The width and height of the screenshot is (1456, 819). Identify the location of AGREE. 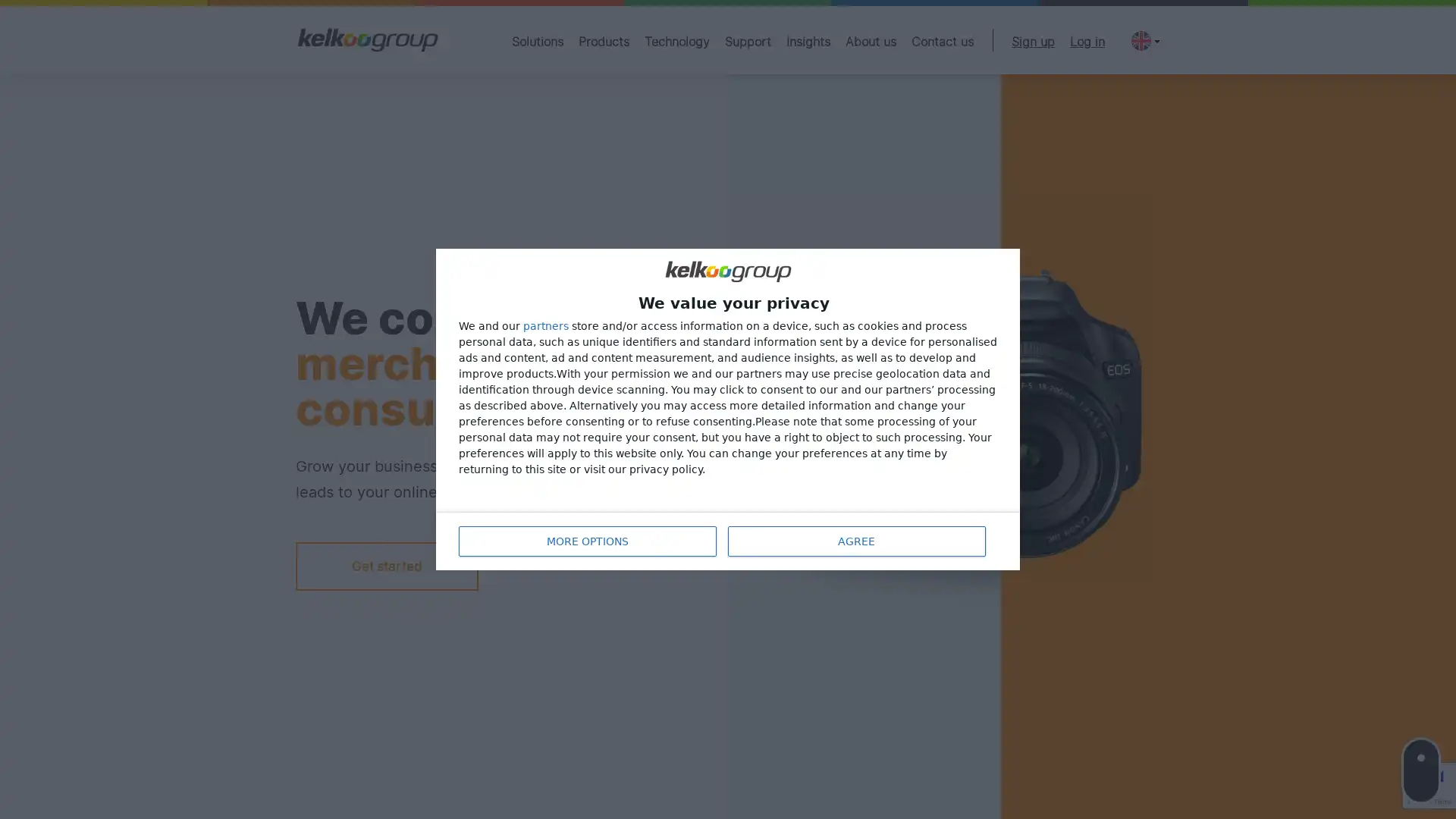
(856, 540).